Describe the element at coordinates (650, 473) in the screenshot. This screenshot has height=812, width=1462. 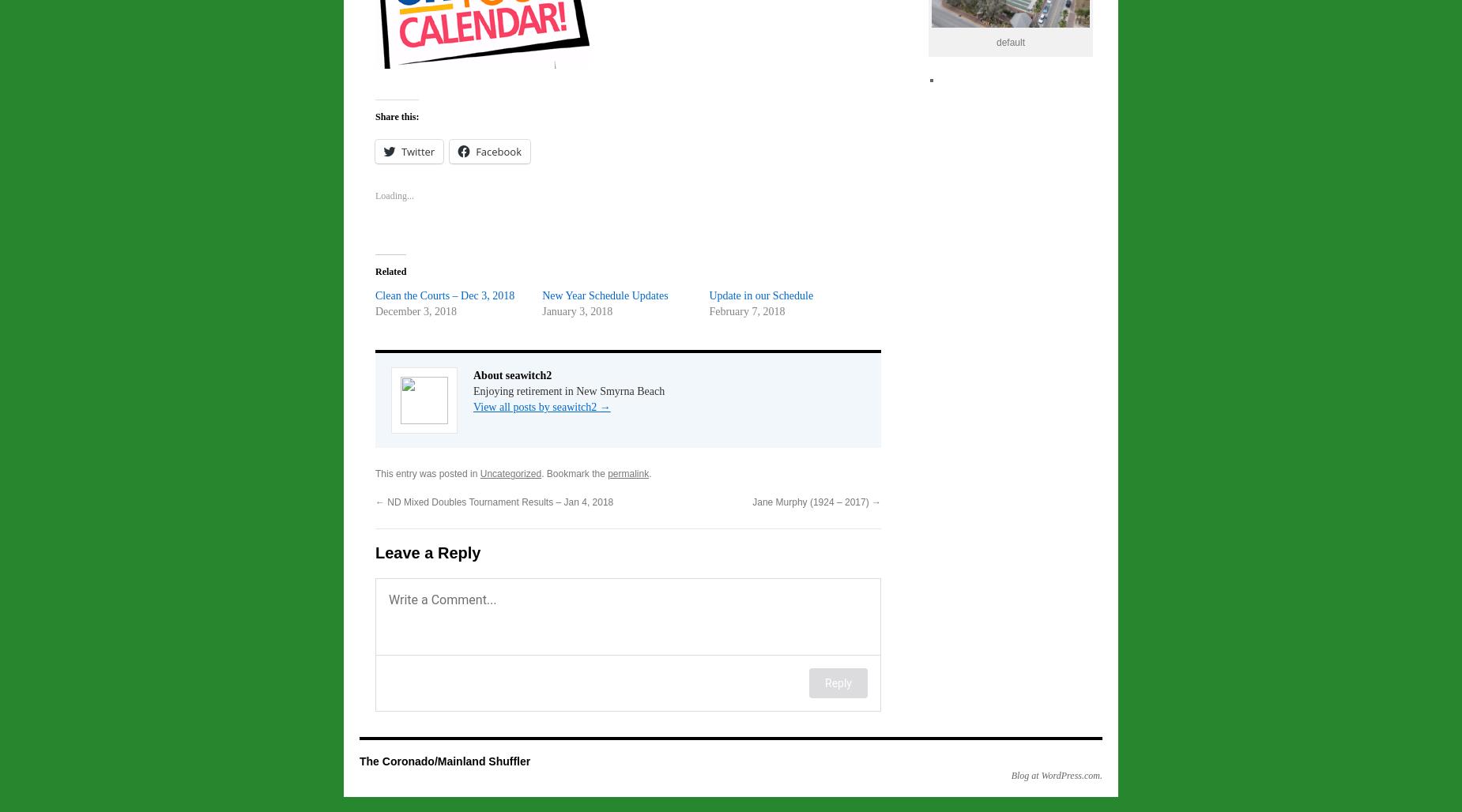
I see `'.'` at that location.